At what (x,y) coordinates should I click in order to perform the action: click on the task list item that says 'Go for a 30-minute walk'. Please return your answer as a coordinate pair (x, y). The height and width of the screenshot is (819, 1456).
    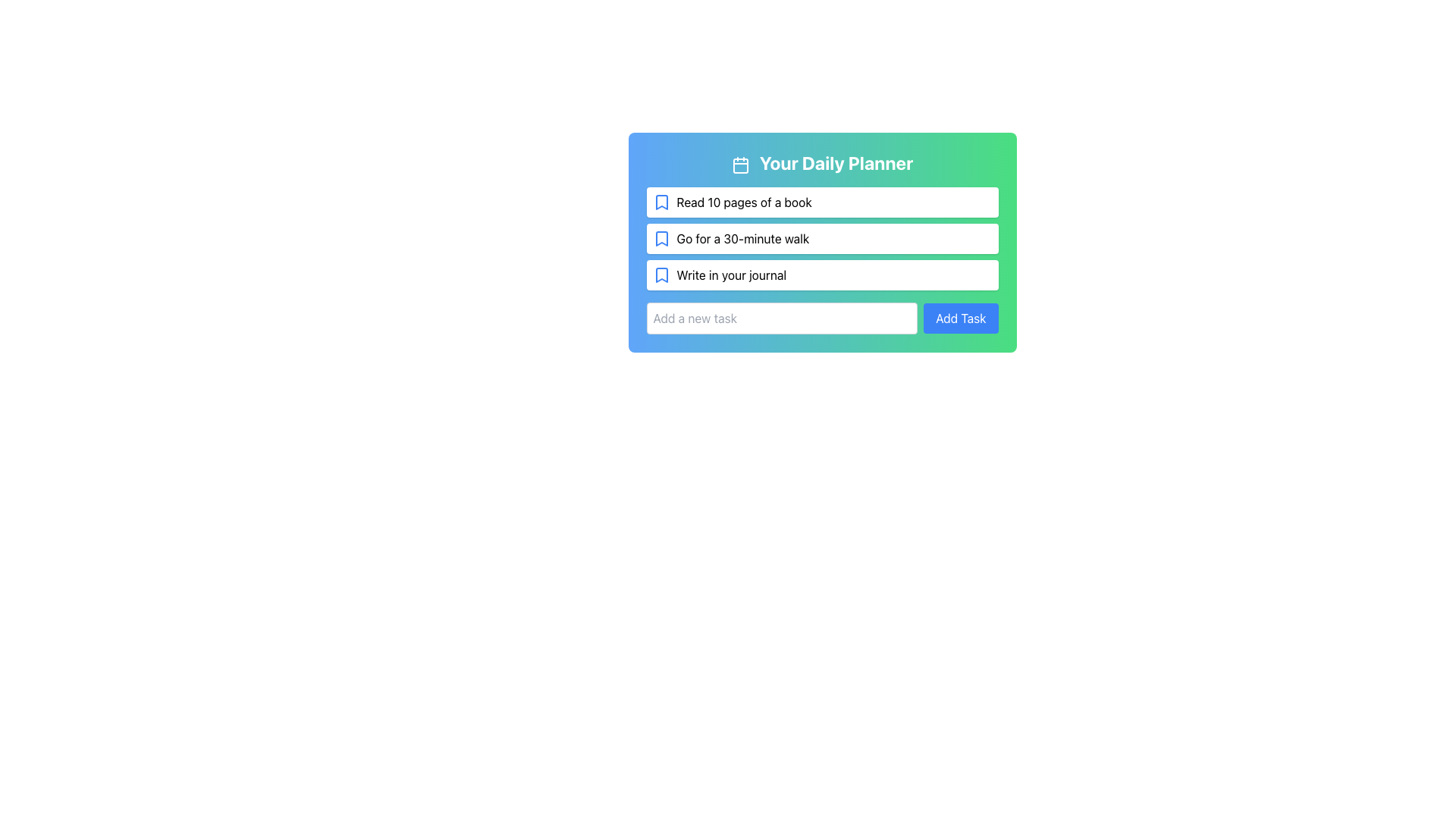
    Looking at the image, I should click on (821, 239).